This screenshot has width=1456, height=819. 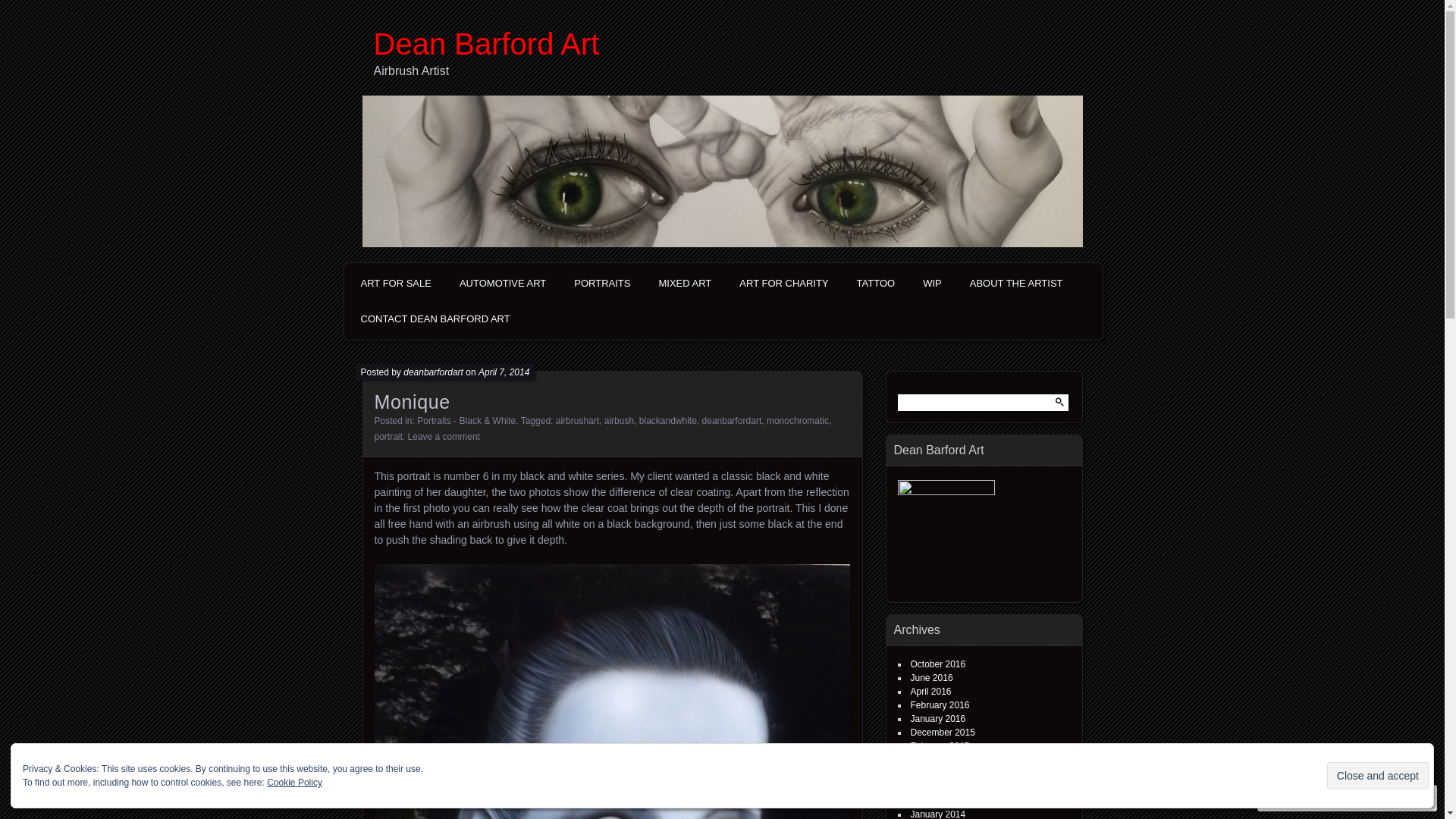 I want to click on 'February 2014', so click(x=938, y=800).